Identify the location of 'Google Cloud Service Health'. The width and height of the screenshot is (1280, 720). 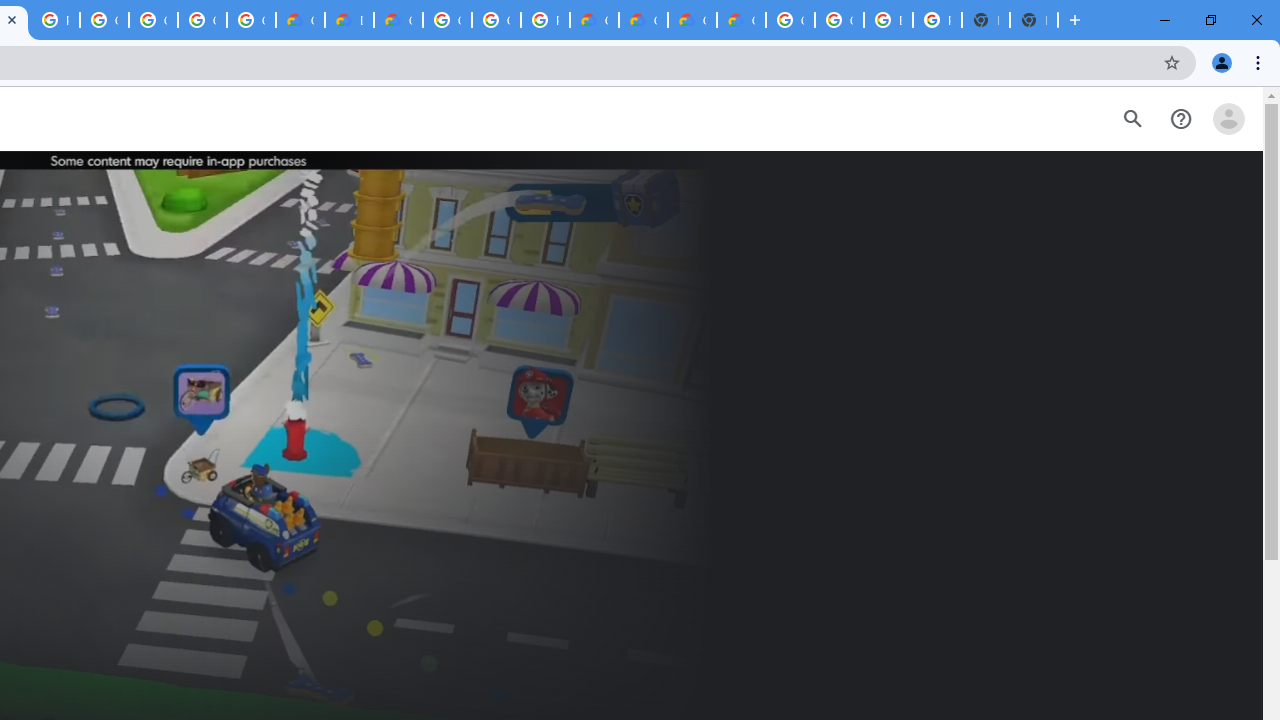
(740, 20).